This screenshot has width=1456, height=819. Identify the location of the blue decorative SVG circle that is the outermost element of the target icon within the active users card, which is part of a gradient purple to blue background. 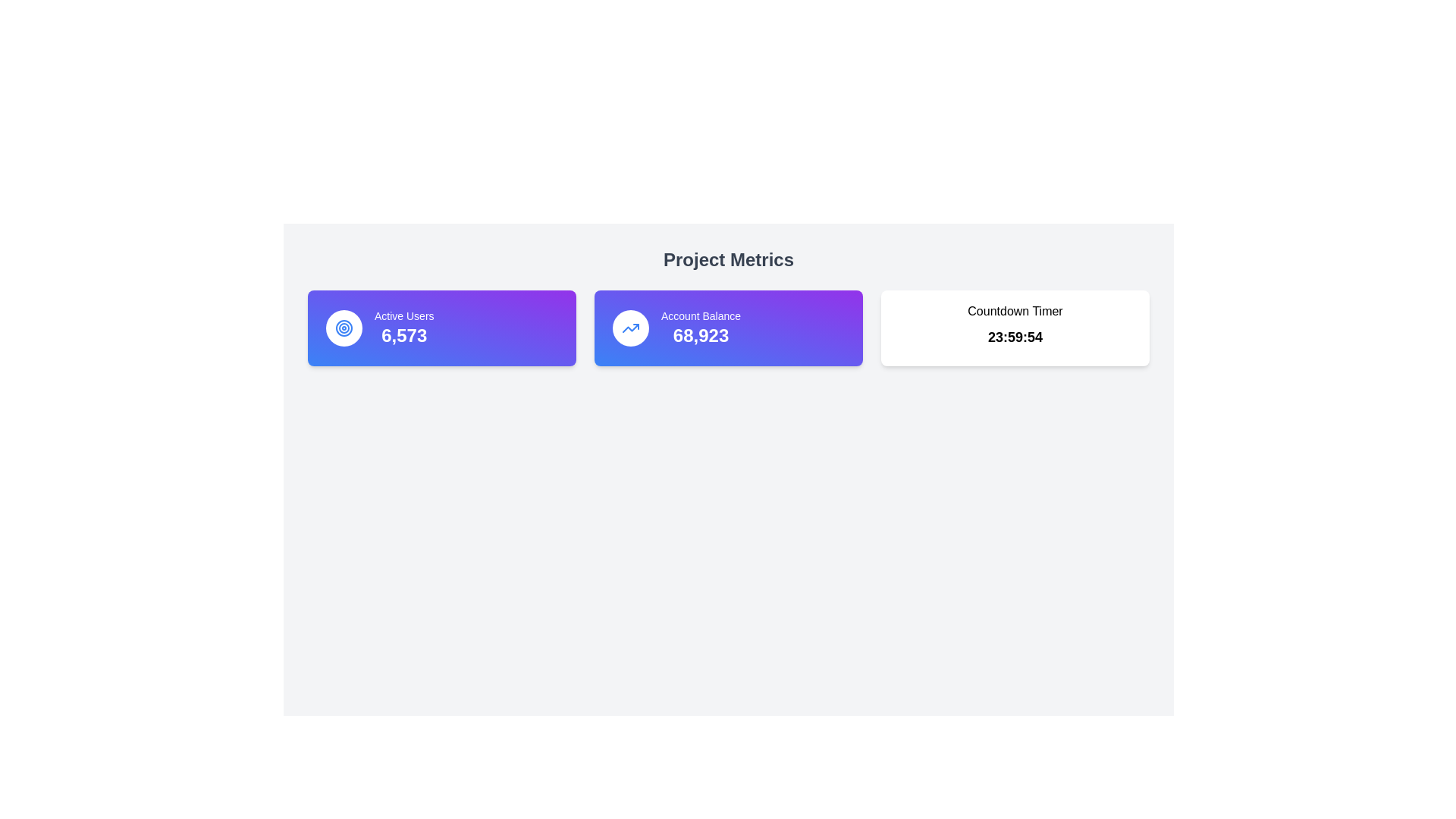
(344, 327).